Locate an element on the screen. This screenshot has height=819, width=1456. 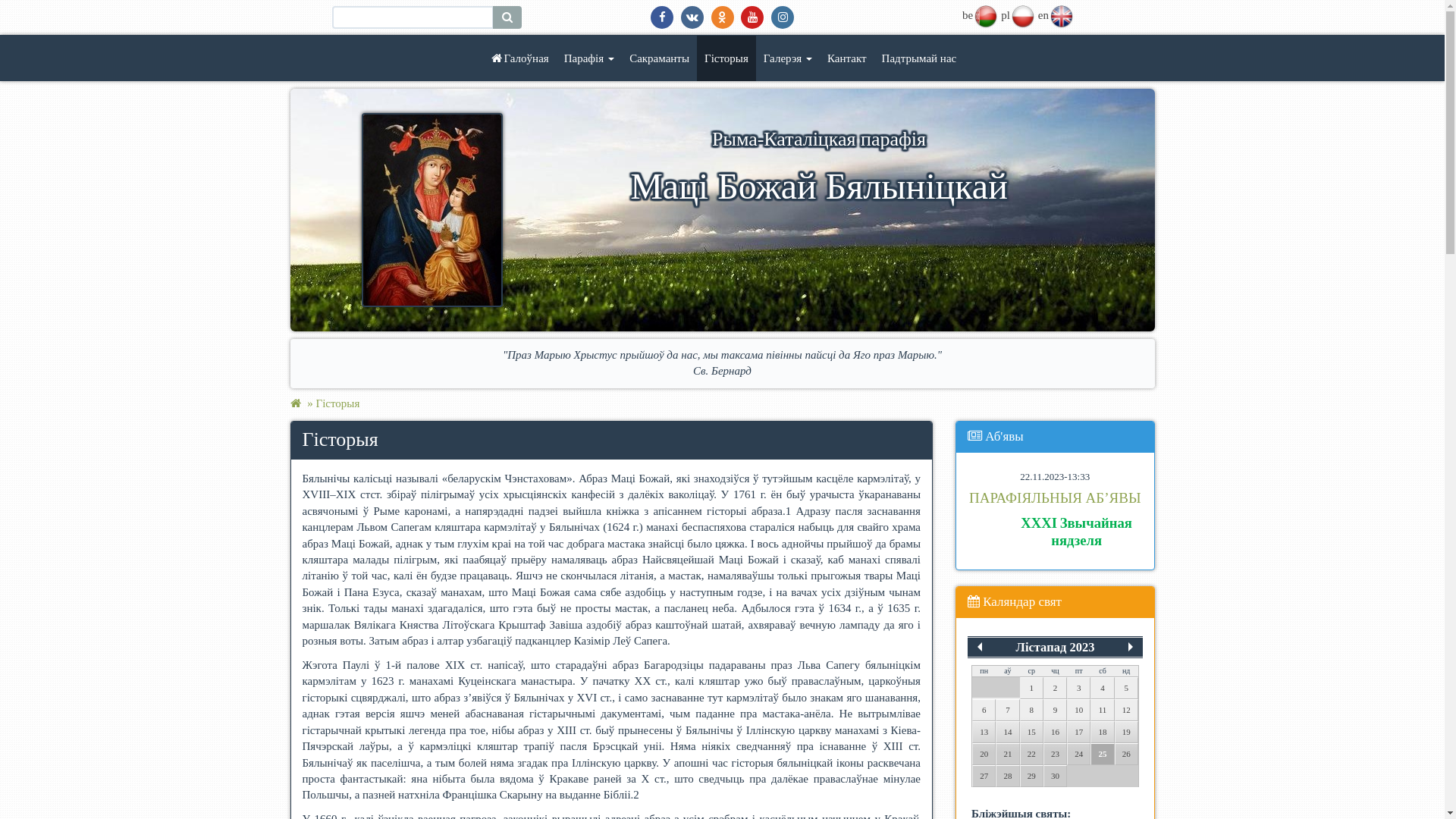
'13' is located at coordinates (984, 731).